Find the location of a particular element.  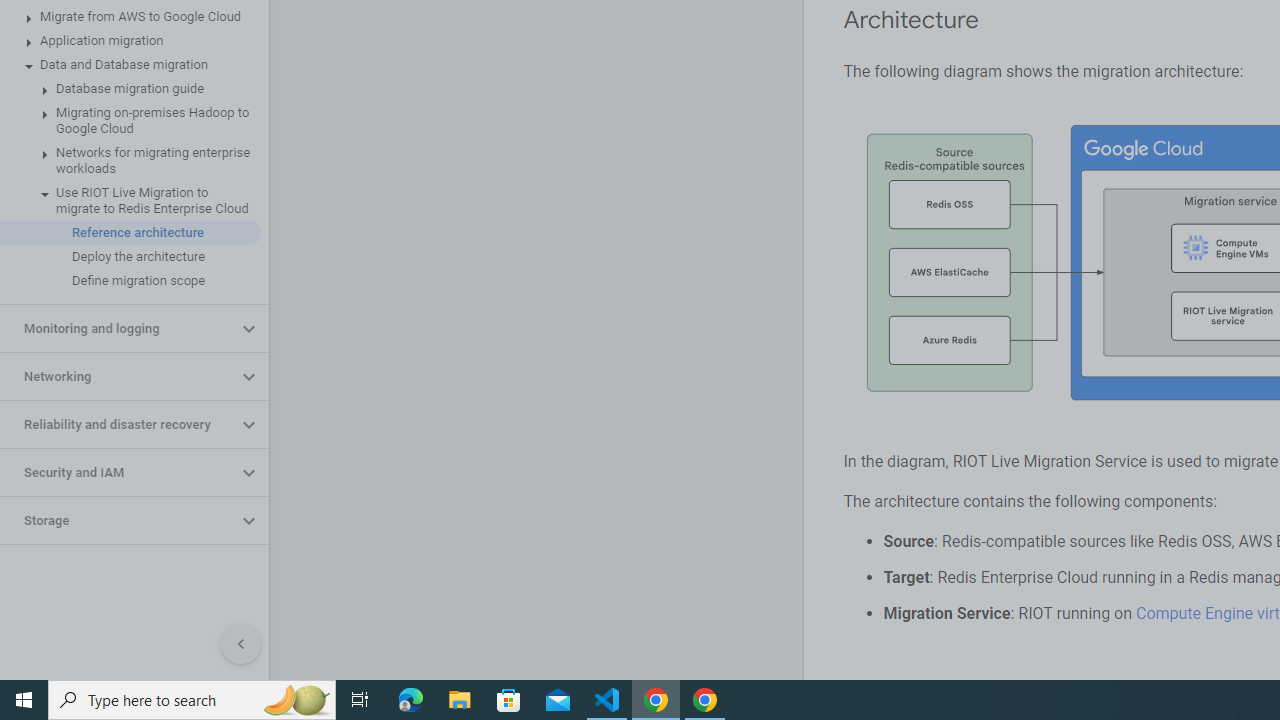

'Migrate from AWS to Google Cloud' is located at coordinates (129, 16).